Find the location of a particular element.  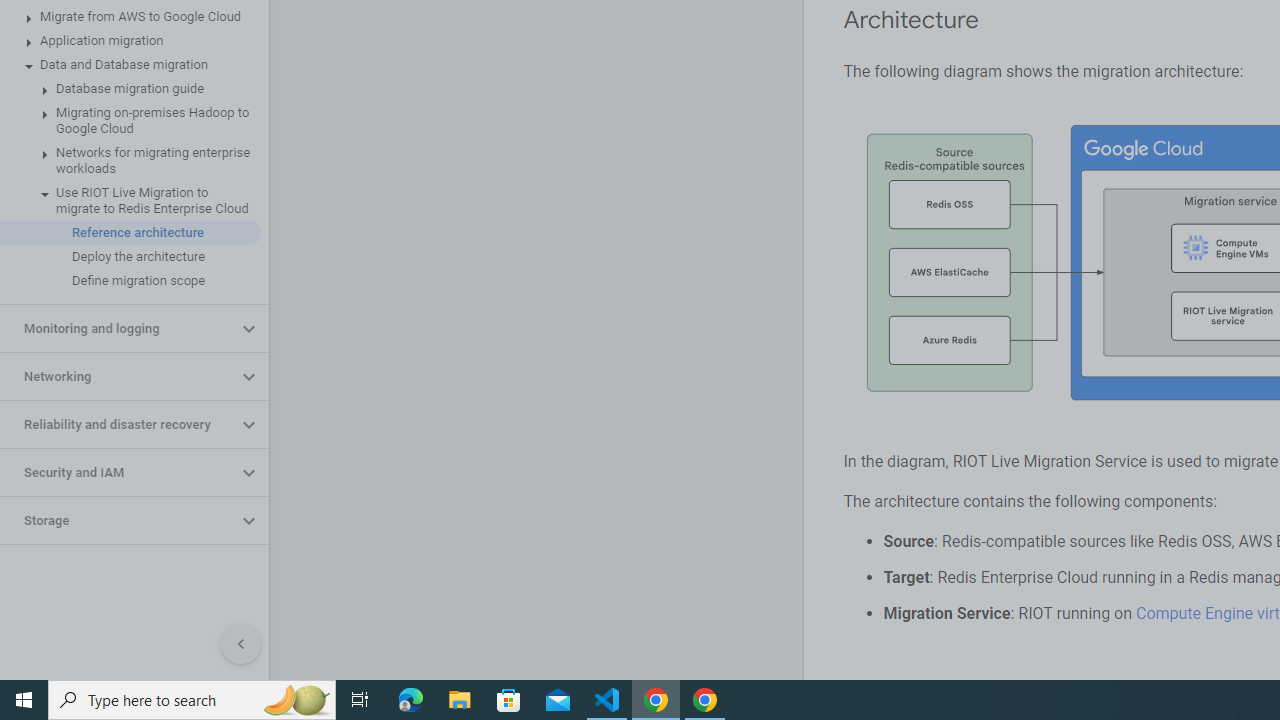

'Migrate from AWS to Google Cloud' is located at coordinates (129, 16).